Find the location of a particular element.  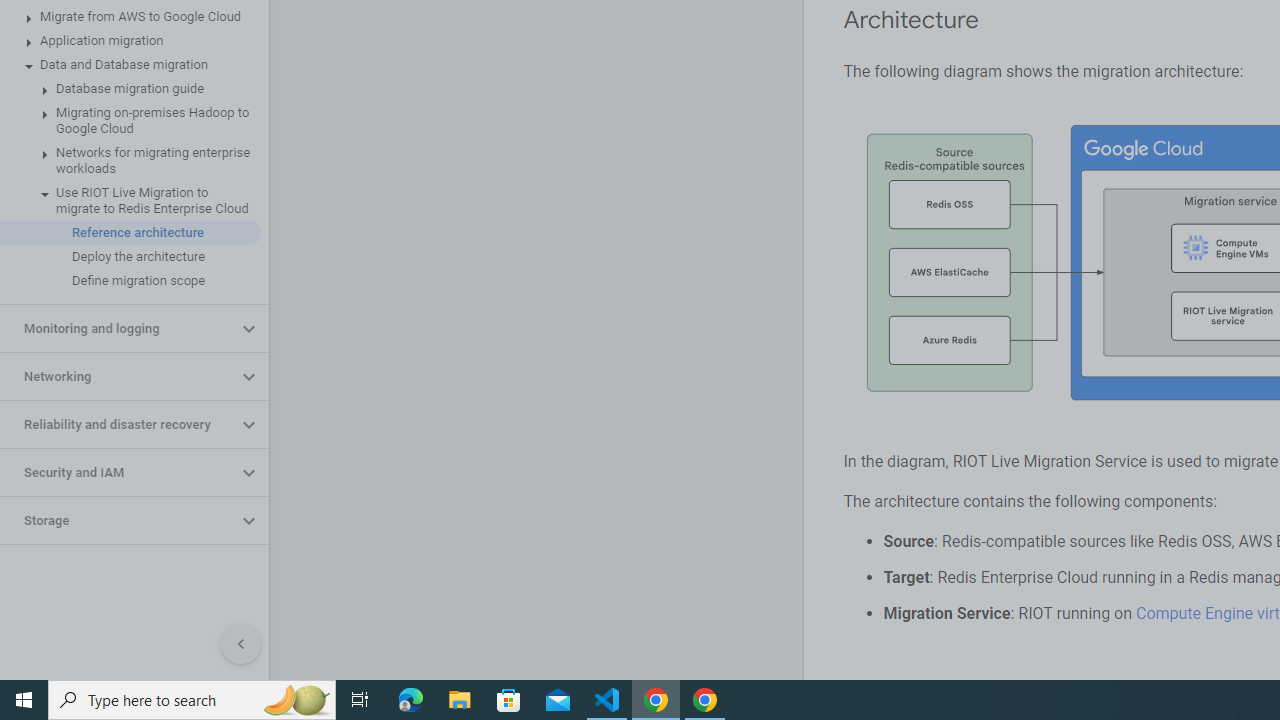

'Migrate from AWS to Google Cloud' is located at coordinates (129, 16).